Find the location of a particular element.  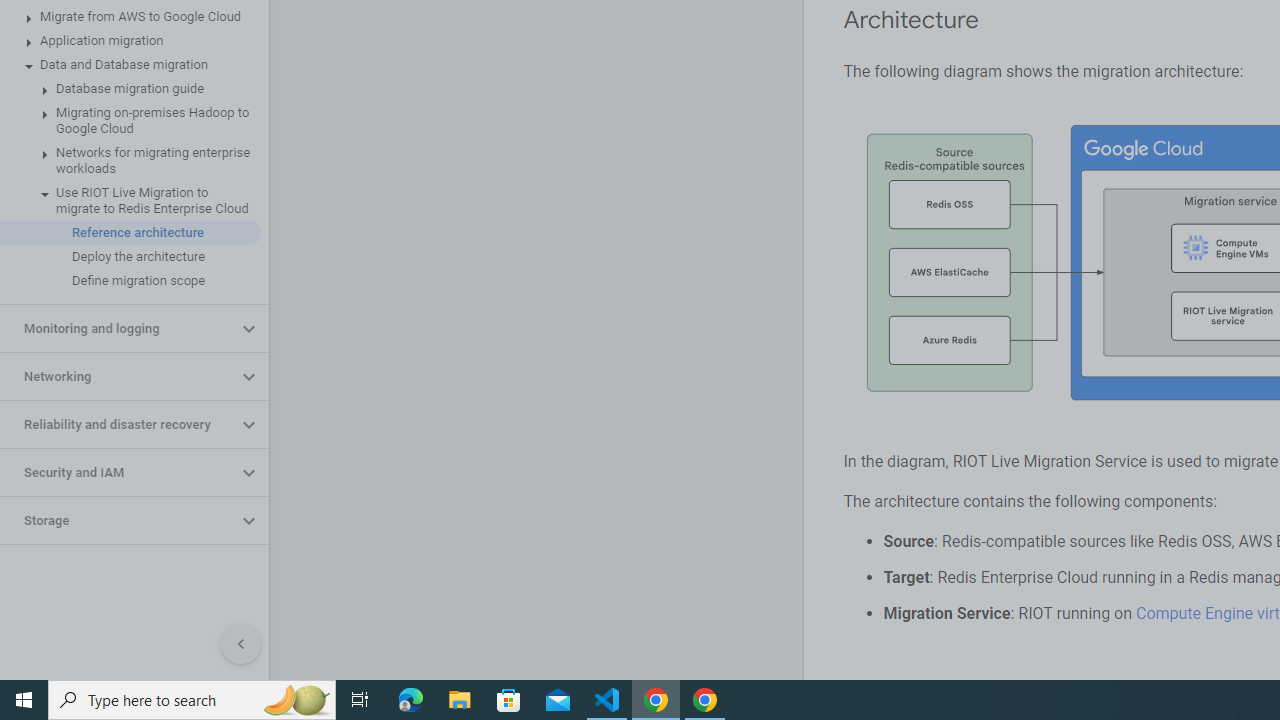

'Migrate from AWS to Google Cloud' is located at coordinates (129, 16).